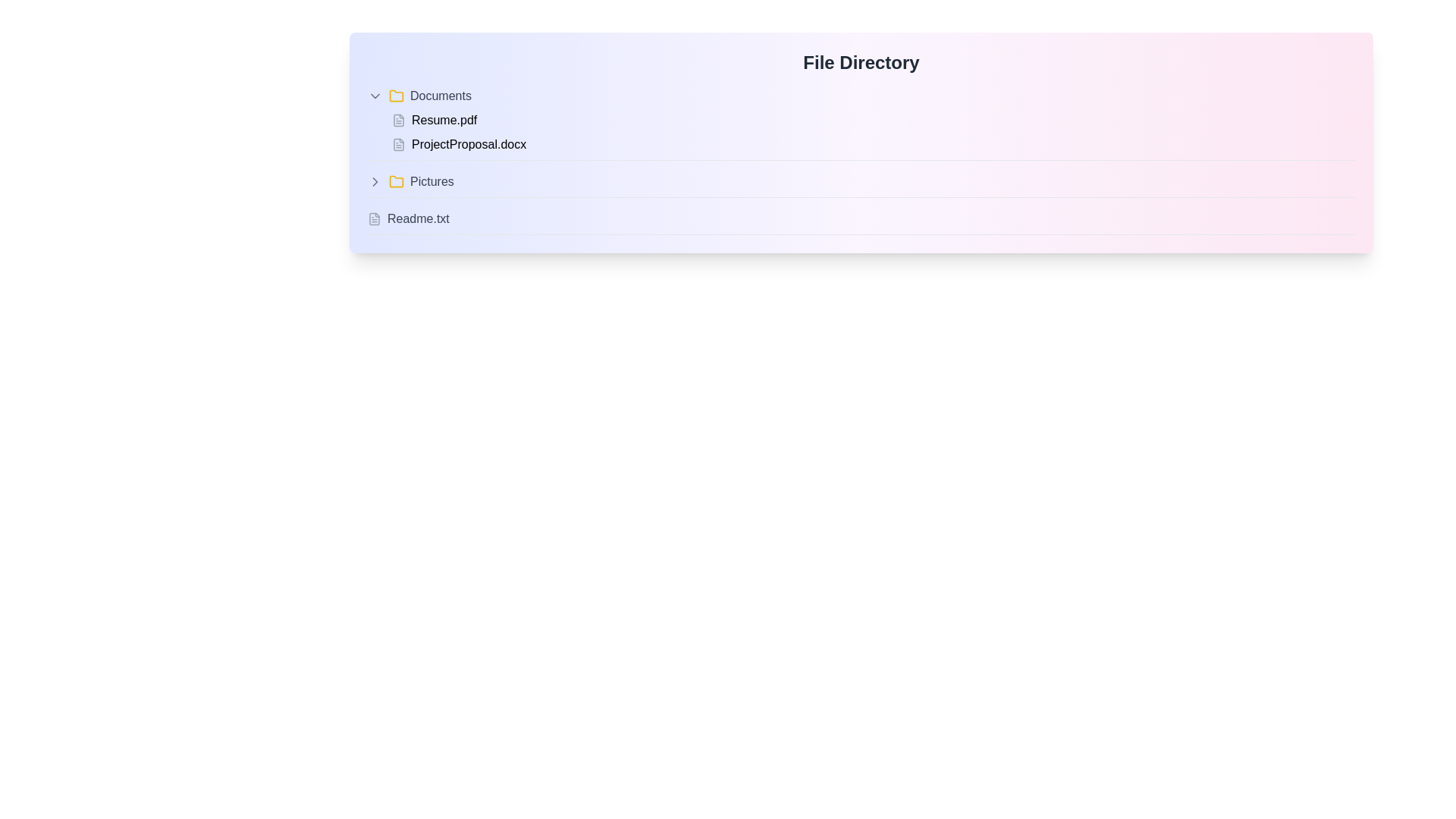 This screenshot has width=1456, height=819. I want to click on the downward-facing chevron icon, so click(375, 96).